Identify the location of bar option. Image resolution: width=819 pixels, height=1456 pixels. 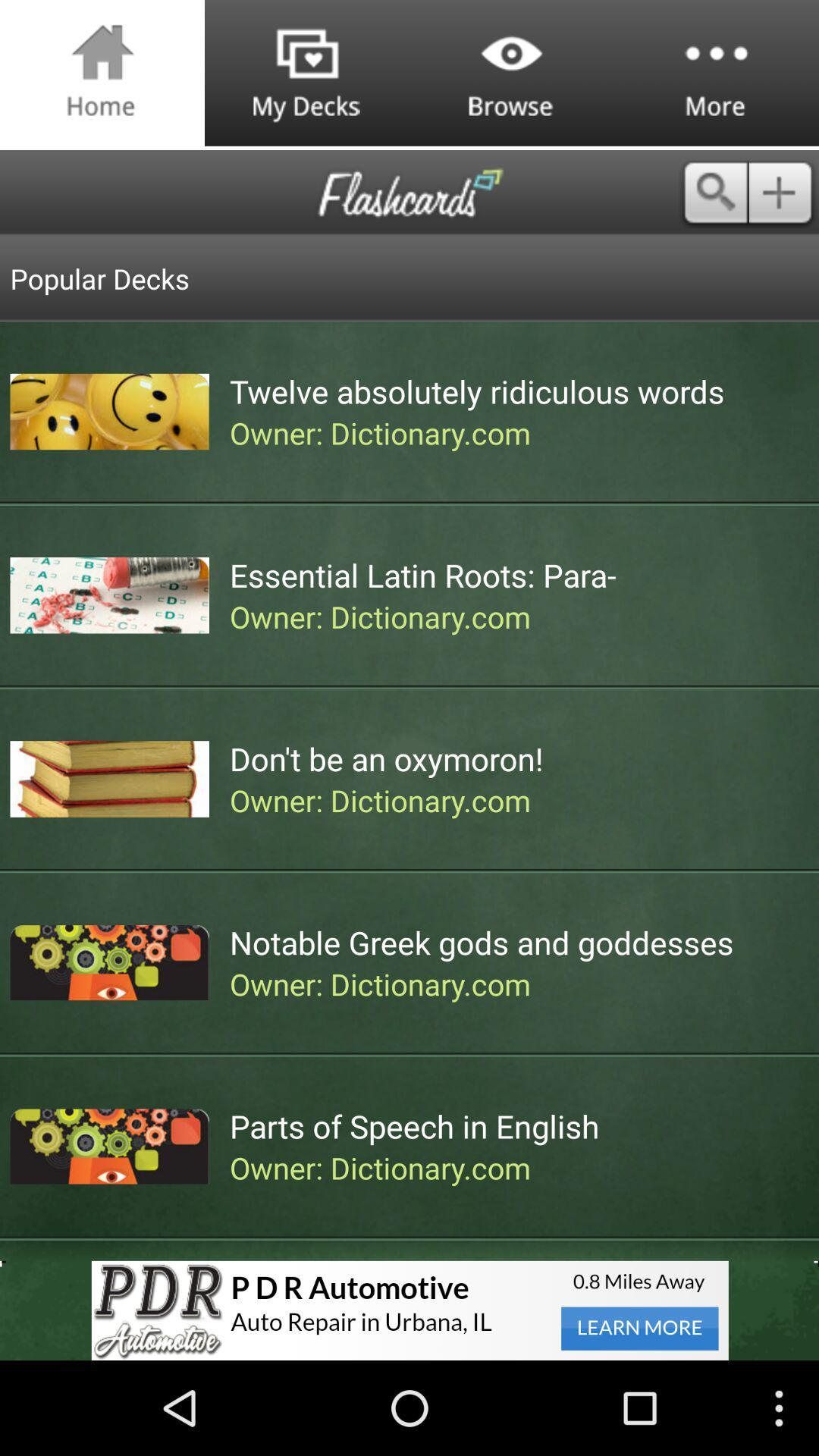
(783, 192).